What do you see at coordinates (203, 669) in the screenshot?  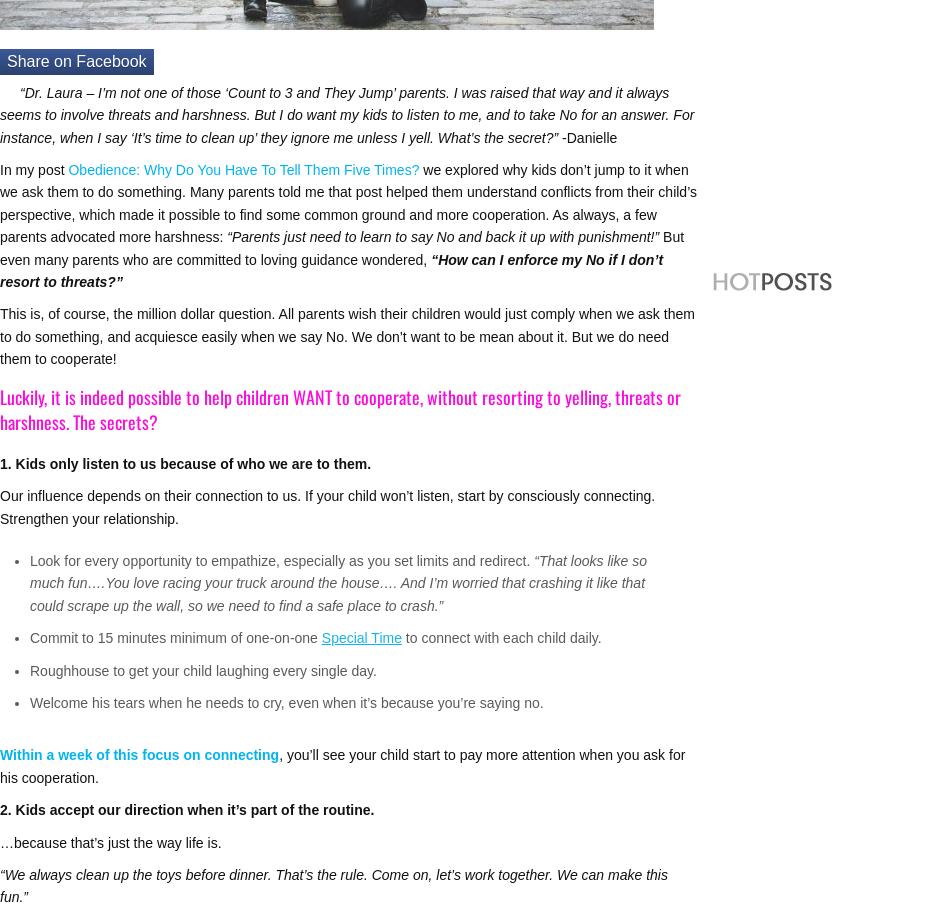 I see `'Roughhouse to get your child laughing every single day.'` at bounding box center [203, 669].